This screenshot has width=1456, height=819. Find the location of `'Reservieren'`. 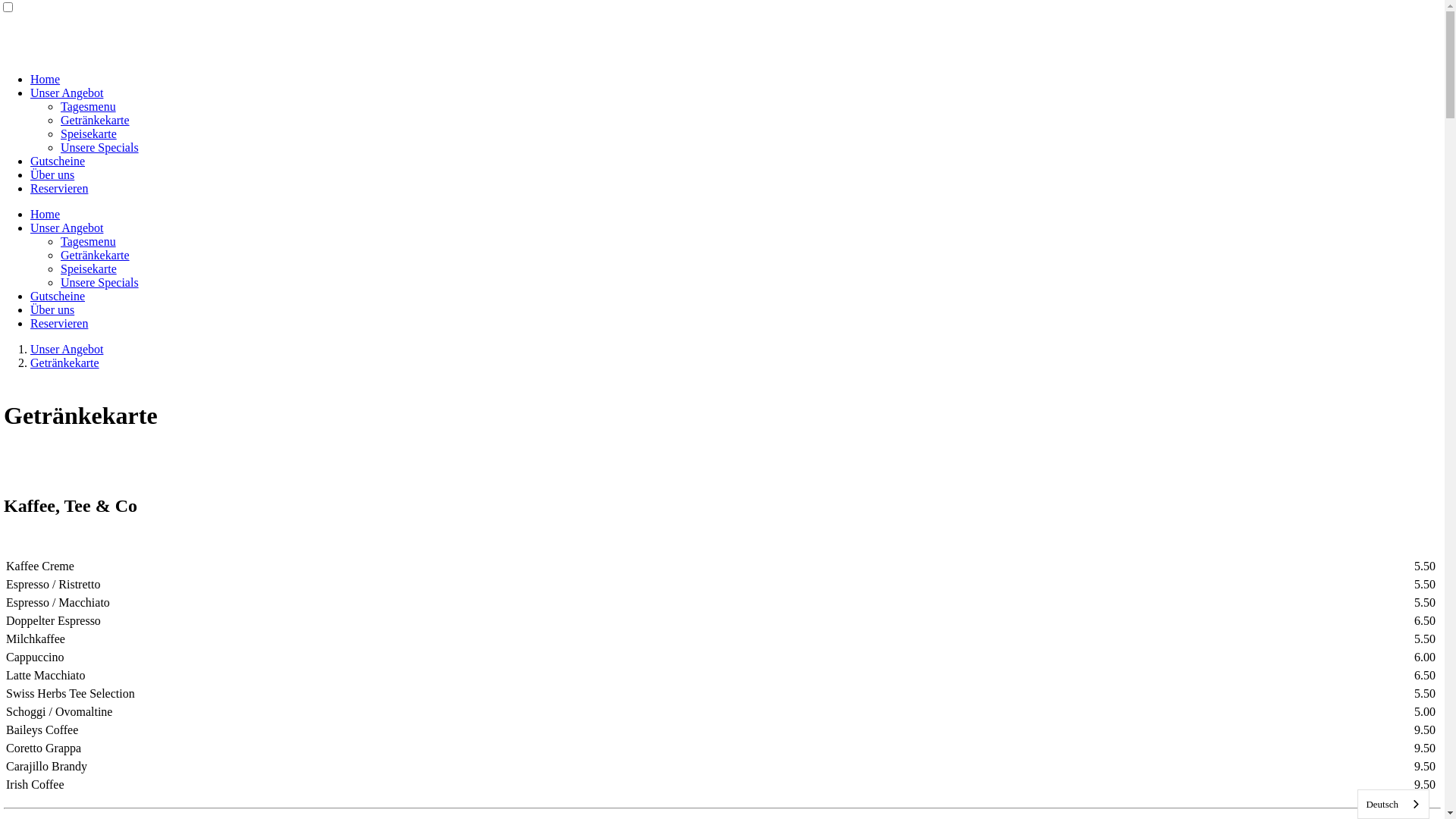

'Reservieren' is located at coordinates (30, 187).